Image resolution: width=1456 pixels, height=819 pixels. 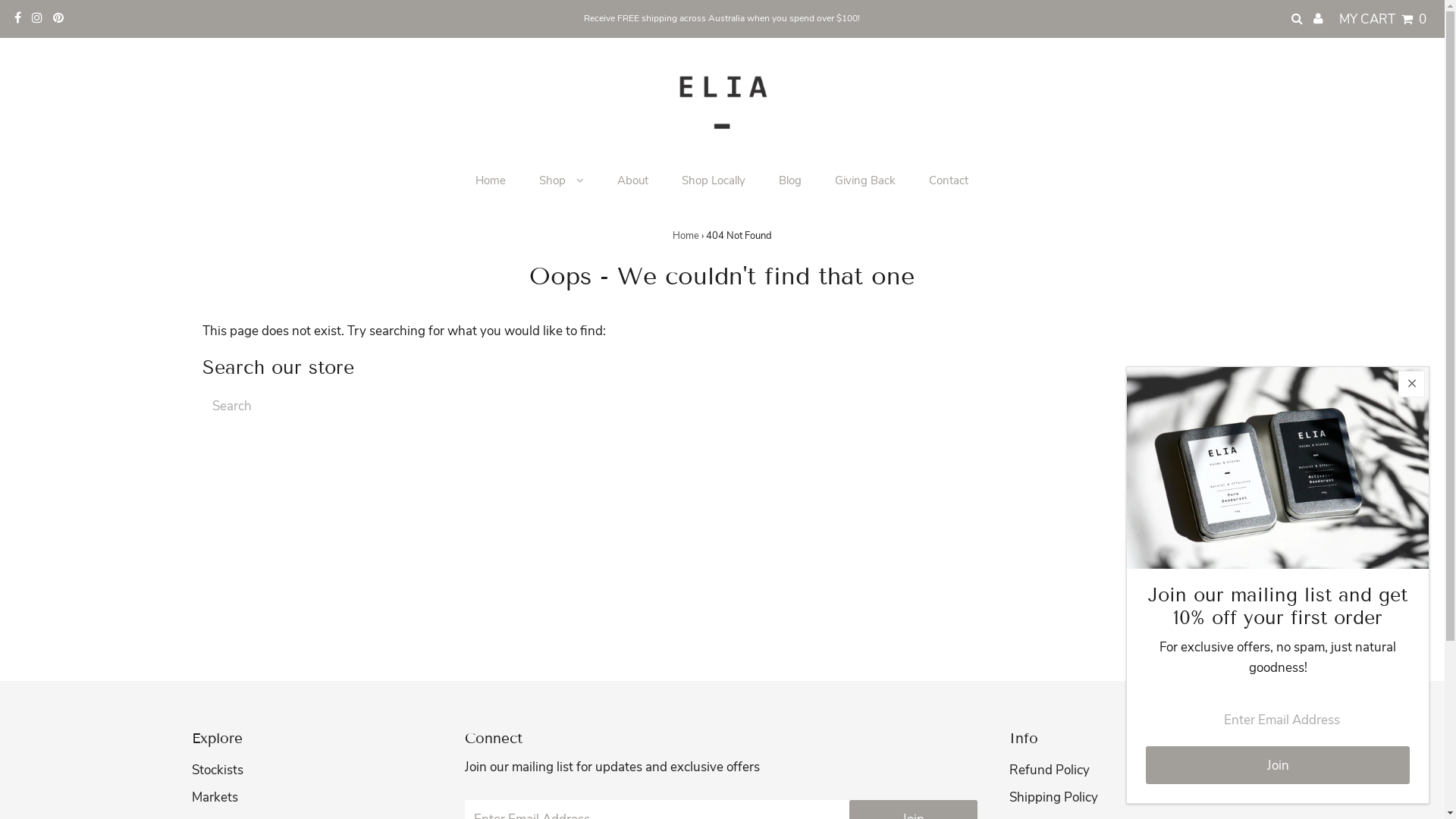 What do you see at coordinates (190, 796) in the screenshot?
I see `'Markets'` at bounding box center [190, 796].